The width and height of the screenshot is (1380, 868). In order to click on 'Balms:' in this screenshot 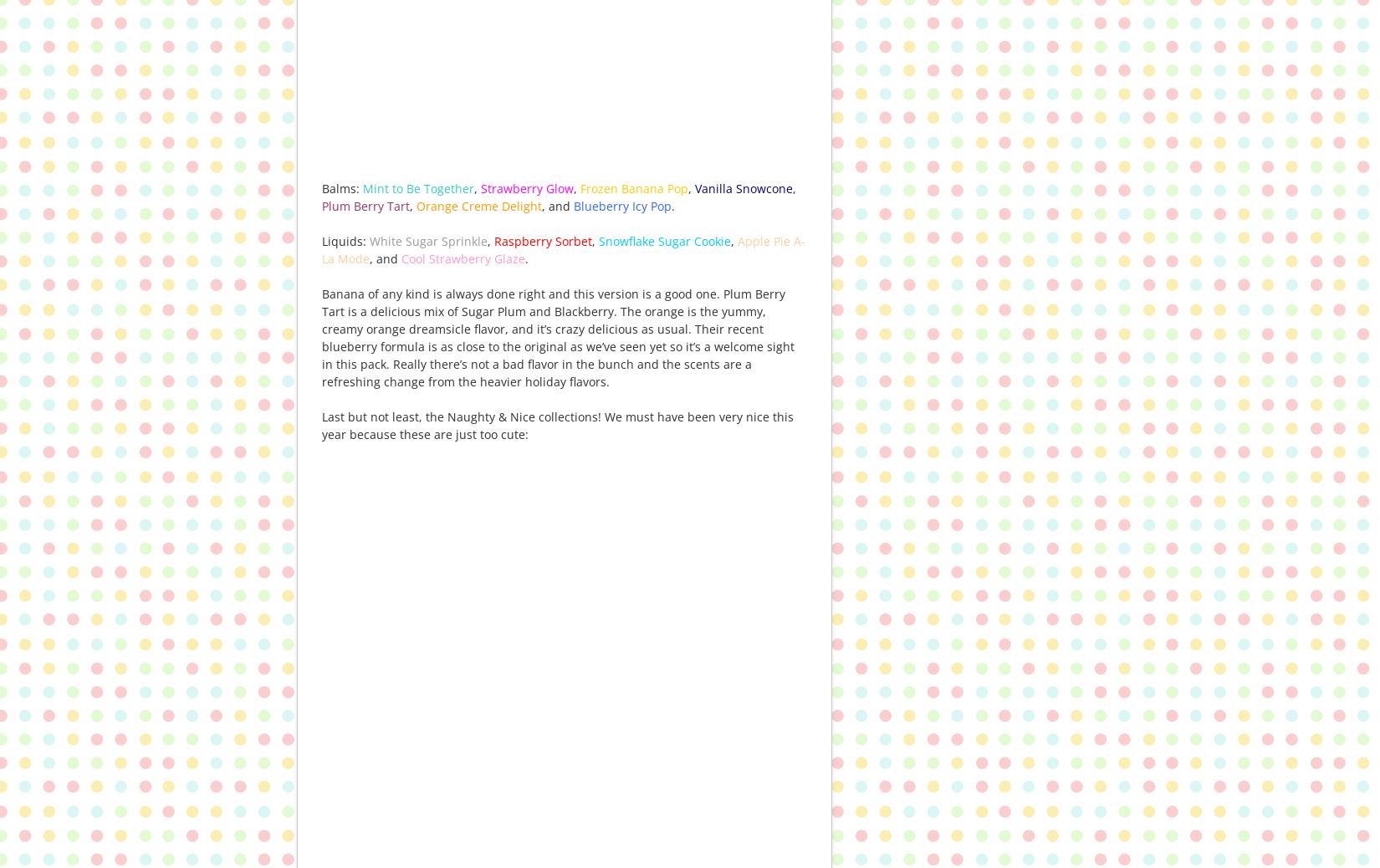, I will do `click(342, 186)`.